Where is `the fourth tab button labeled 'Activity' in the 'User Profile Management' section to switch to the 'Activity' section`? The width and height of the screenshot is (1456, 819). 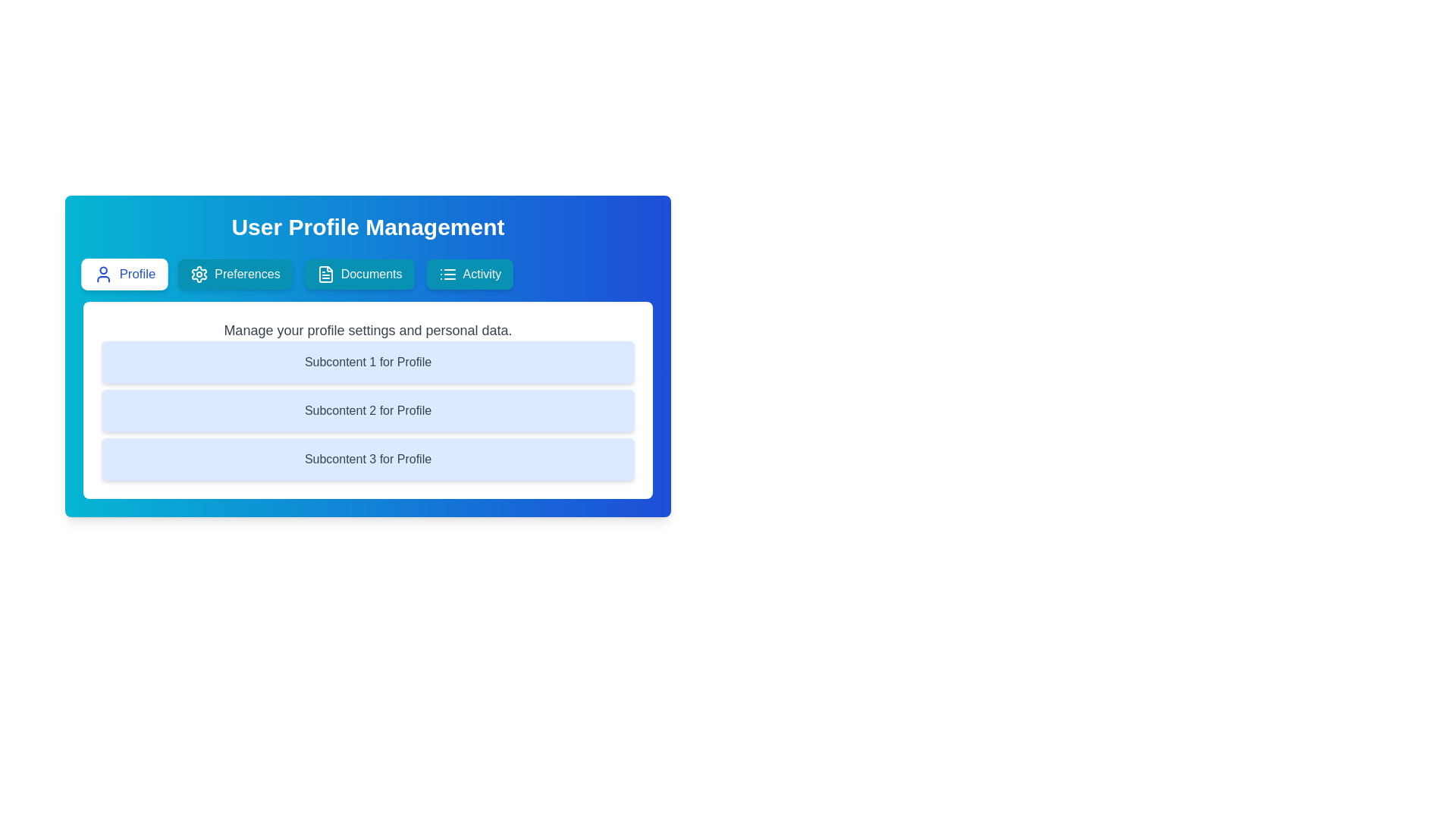 the fourth tab button labeled 'Activity' in the 'User Profile Management' section to switch to the 'Activity' section is located at coordinates (469, 275).